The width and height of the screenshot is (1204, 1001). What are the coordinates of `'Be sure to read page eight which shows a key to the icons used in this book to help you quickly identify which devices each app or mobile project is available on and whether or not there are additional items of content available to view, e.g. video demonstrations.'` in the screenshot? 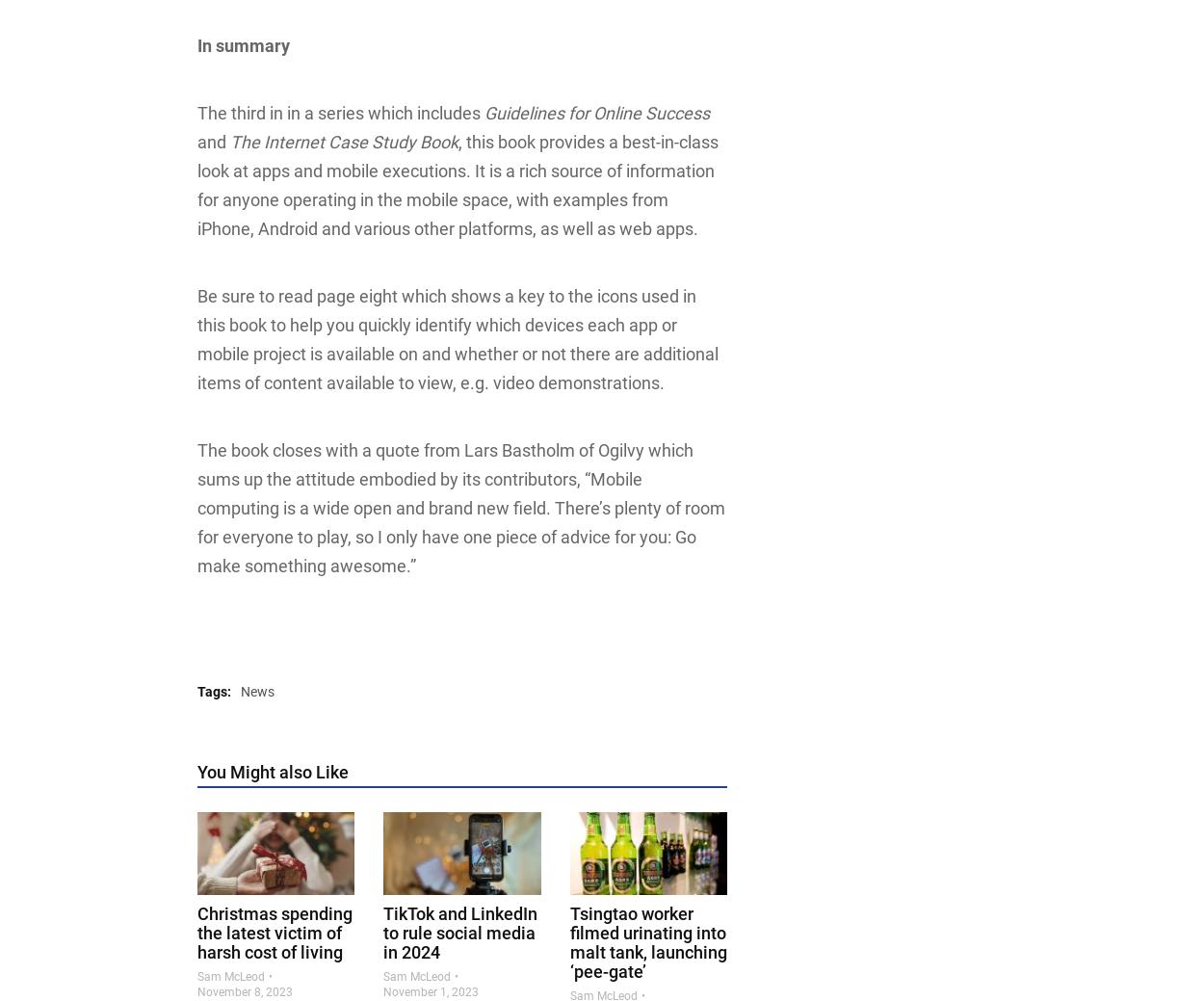 It's located at (457, 338).